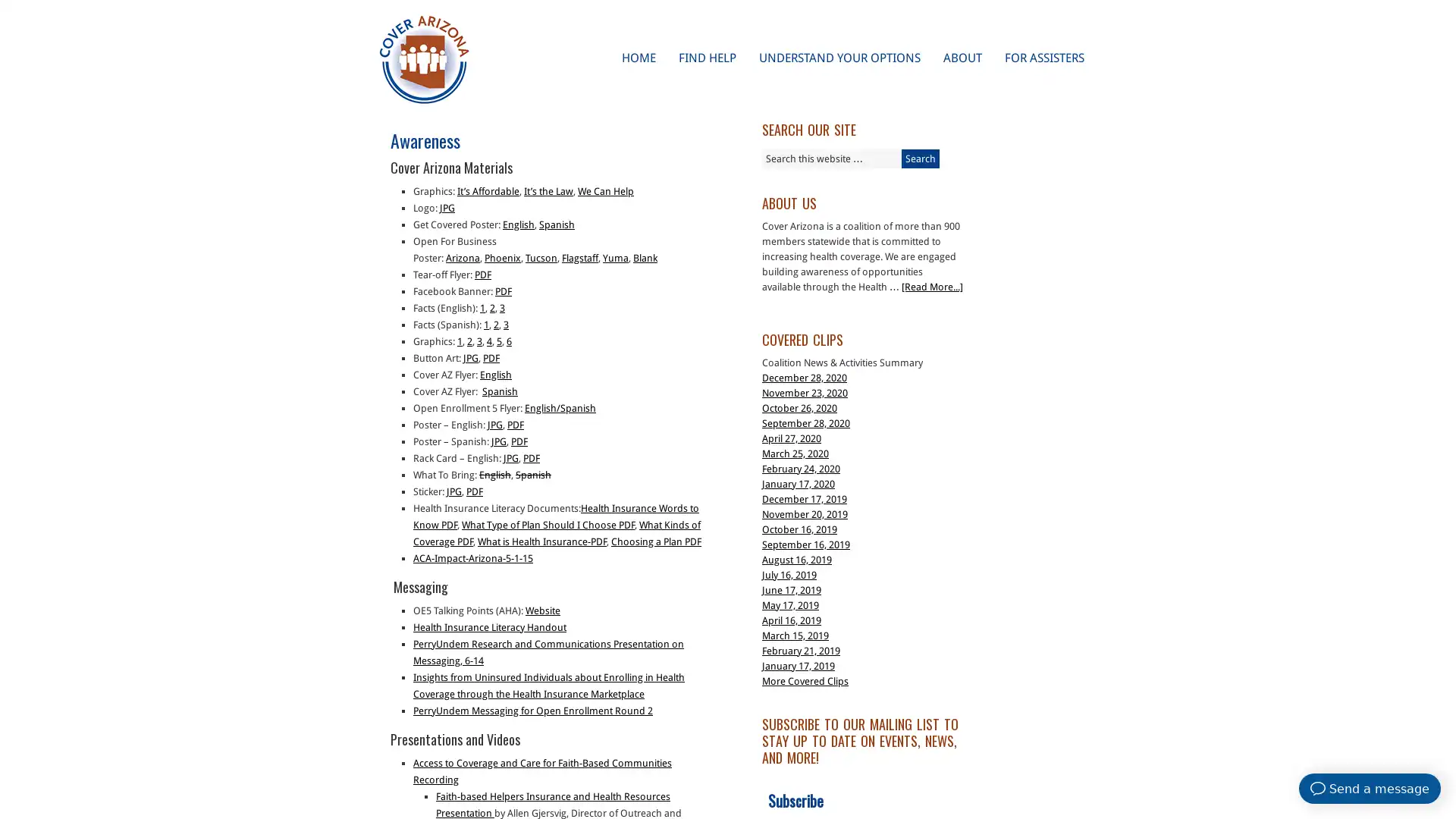 The width and height of the screenshot is (1456, 819). What do you see at coordinates (920, 158) in the screenshot?
I see `Search` at bounding box center [920, 158].